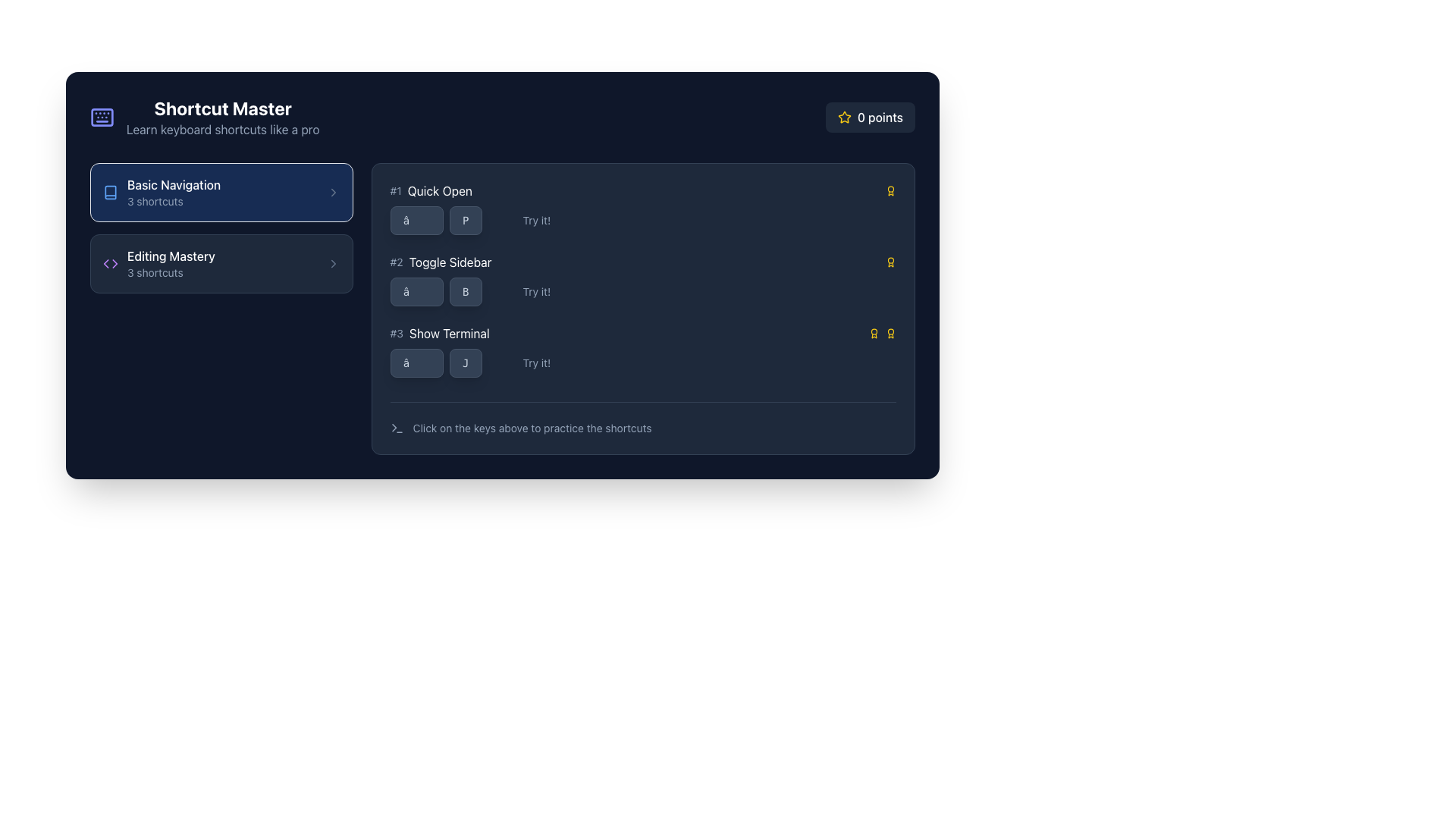 This screenshot has height=819, width=1456. What do you see at coordinates (397, 428) in the screenshot?
I see `the small terminal icon located in the bottom section of the right panel, before the text 'Click on the keys above to practice the shortcuts'` at bounding box center [397, 428].